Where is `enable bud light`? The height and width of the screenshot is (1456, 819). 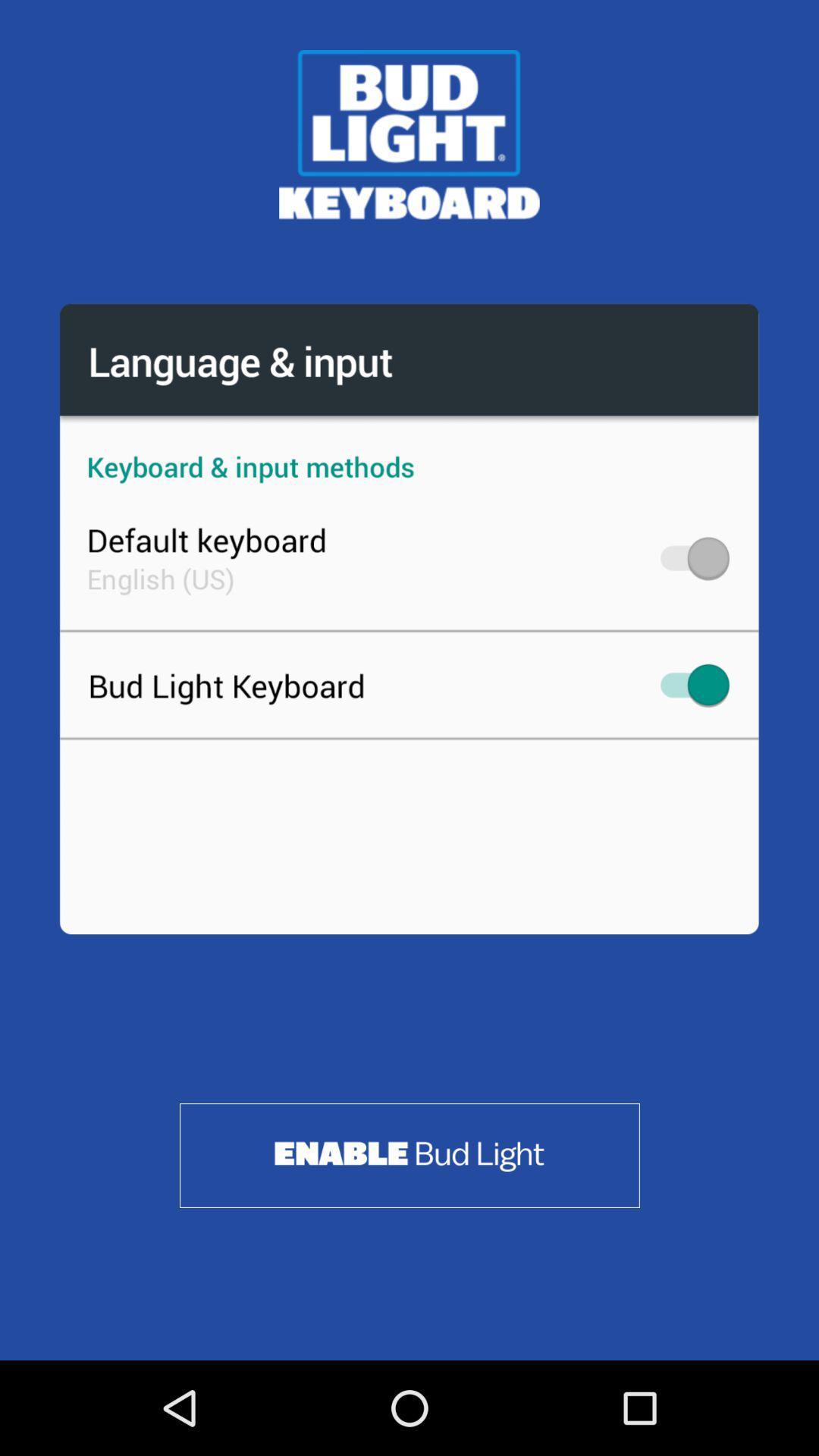
enable bud light is located at coordinates (409, 1154).